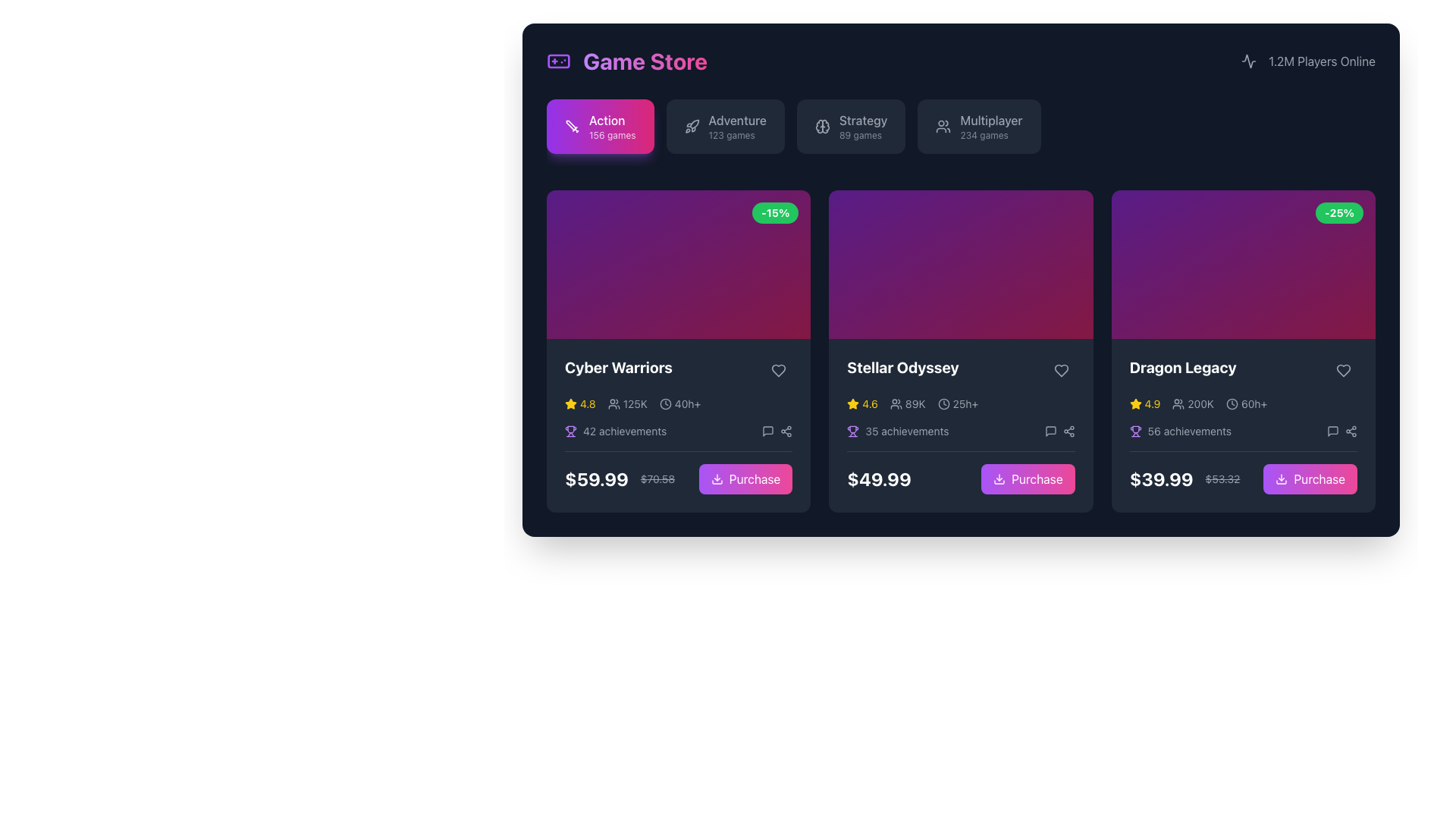  I want to click on pricing details displayed in the bottom-left section of the 'Cyber Warriors' game card, which highlights the current and original prices, so click(678, 472).